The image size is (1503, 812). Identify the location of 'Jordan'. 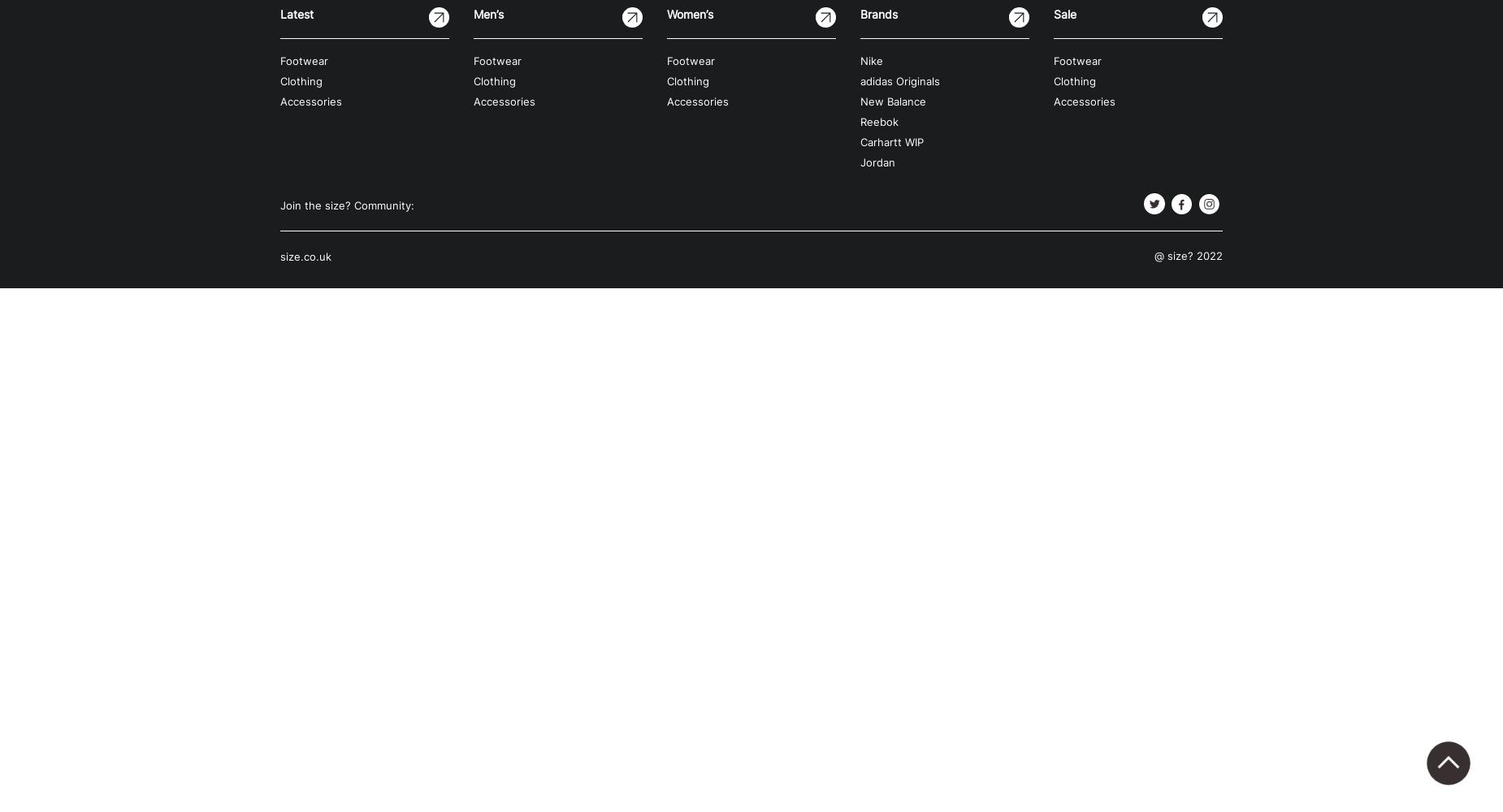
(877, 162).